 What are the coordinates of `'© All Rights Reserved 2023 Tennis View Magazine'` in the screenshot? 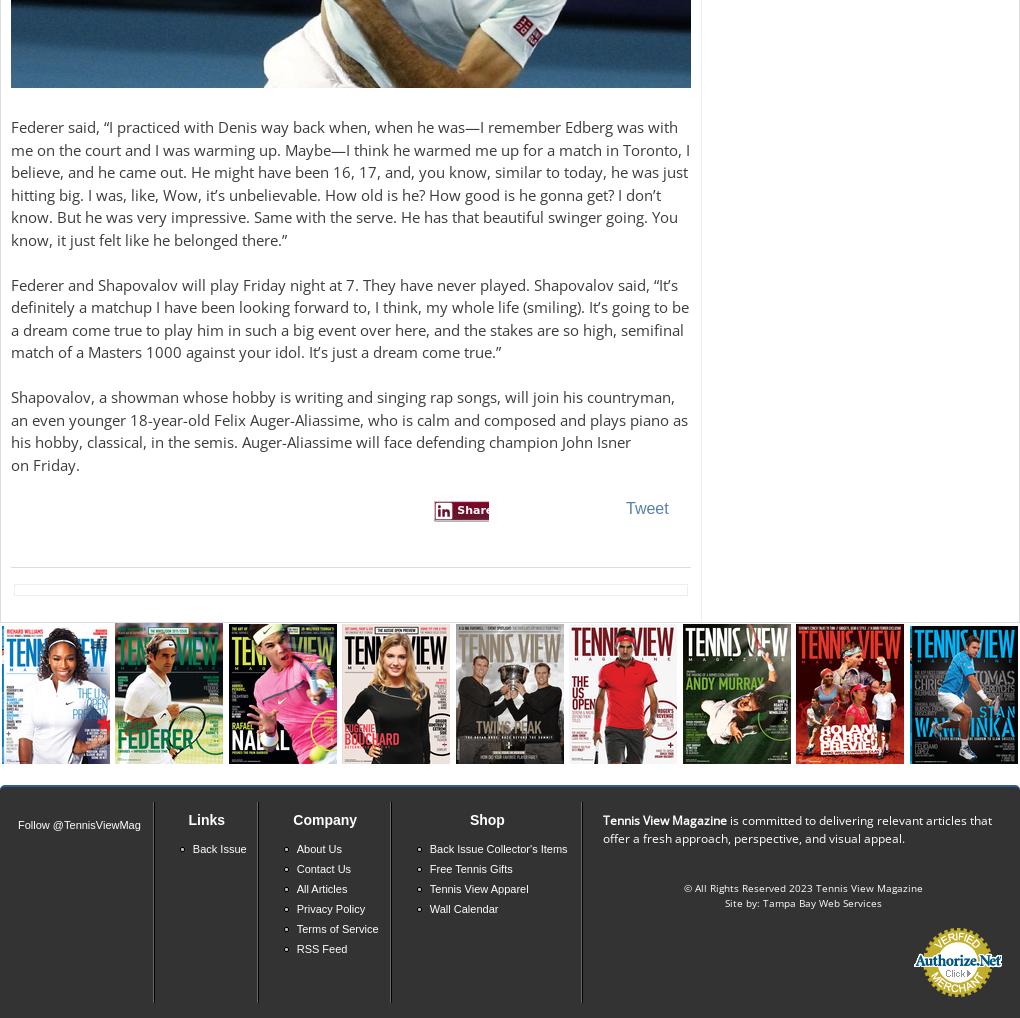 It's located at (801, 886).